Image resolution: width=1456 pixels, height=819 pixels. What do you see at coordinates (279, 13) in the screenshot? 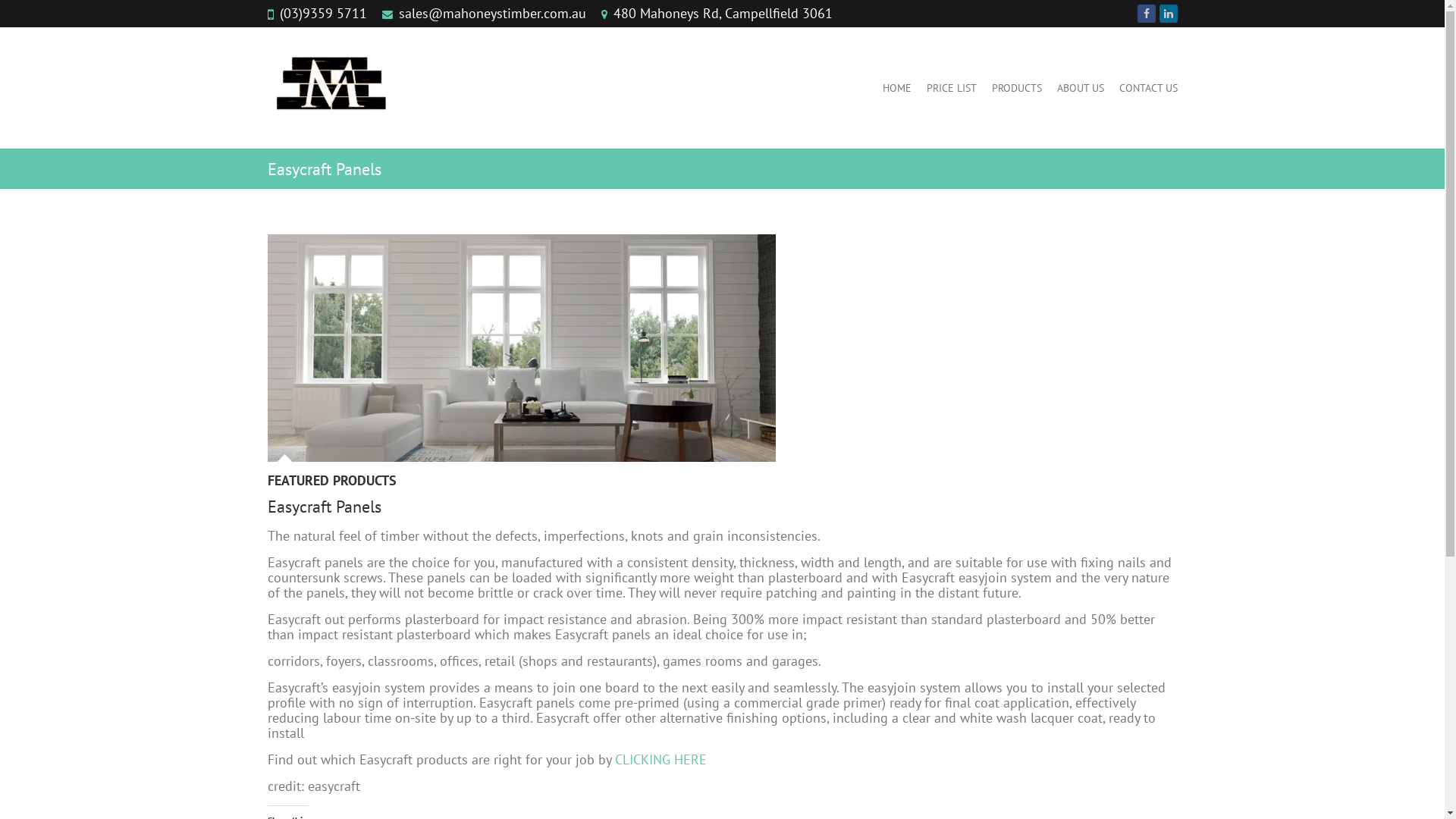
I see `'(03)9359 5711'` at bounding box center [279, 13].